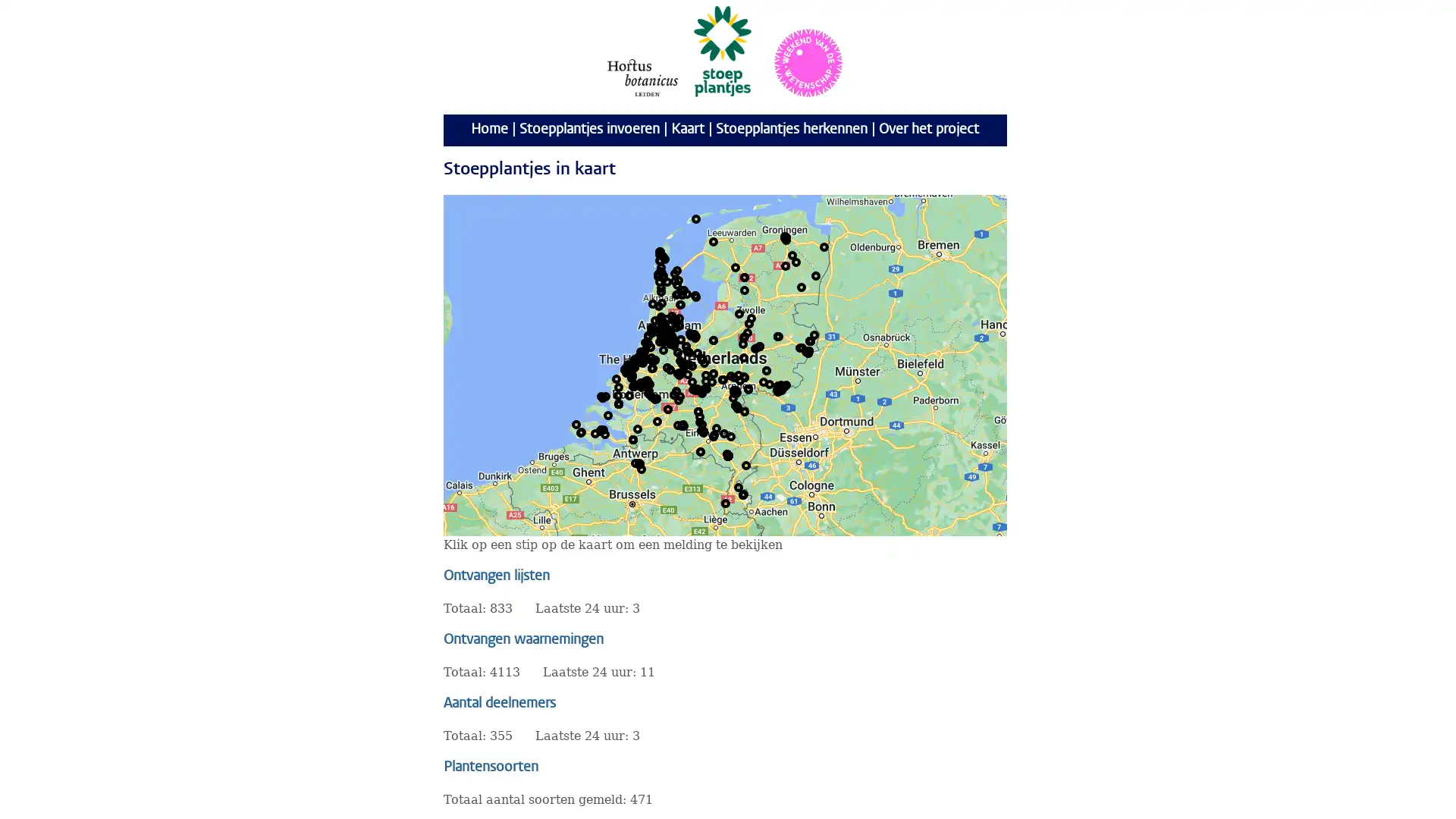  Describe the element at coordinates (735, 403) in the screenshot. I see `Telling van Noud Toonen op 04 december 2021` at that location.